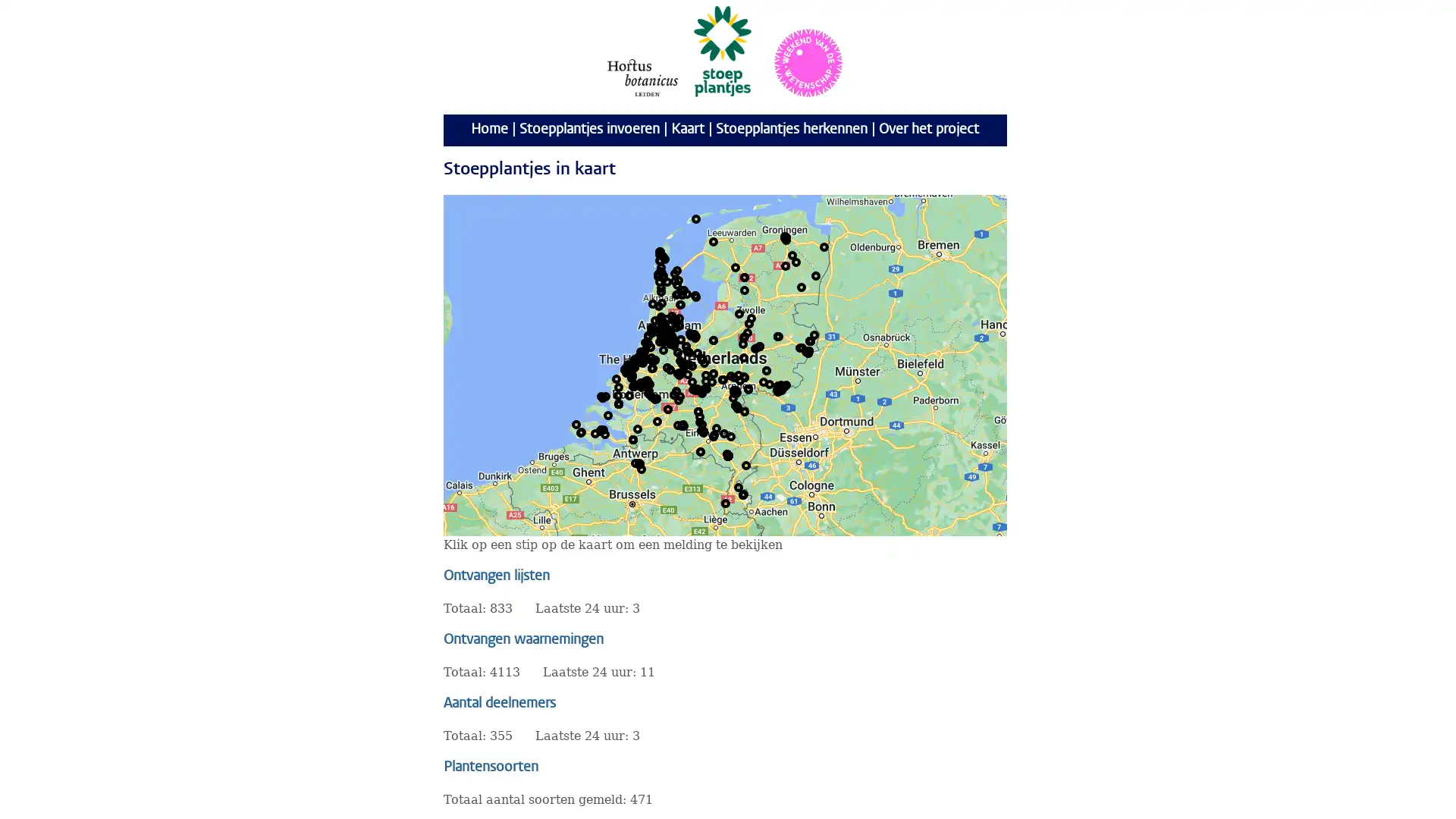  Describe the element at coordinates (735, 403) in the screenshot. I see `Telling van Noud Toonen op 04 december 2021` at that location.